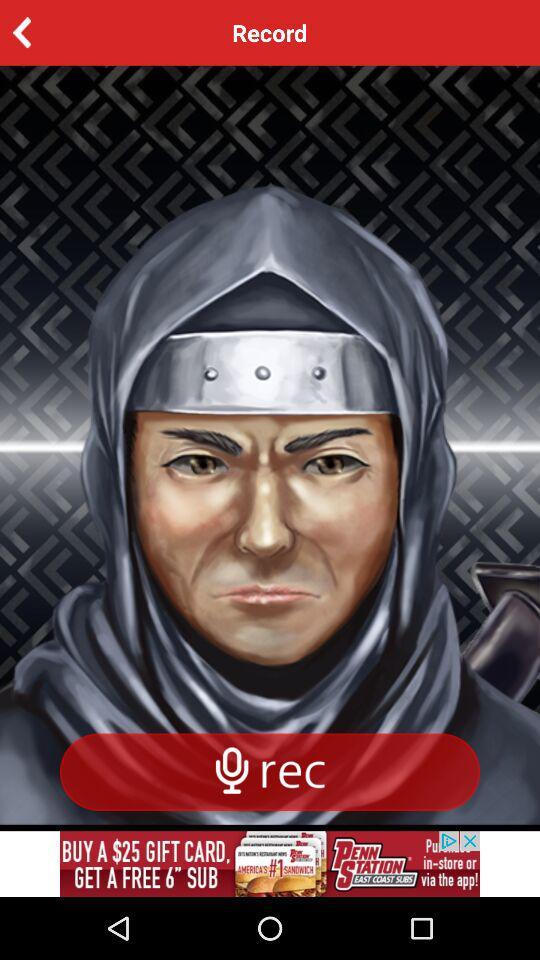 The image size is (540, 960). I want to click on the arrow_backward icon, so click(52, 34).